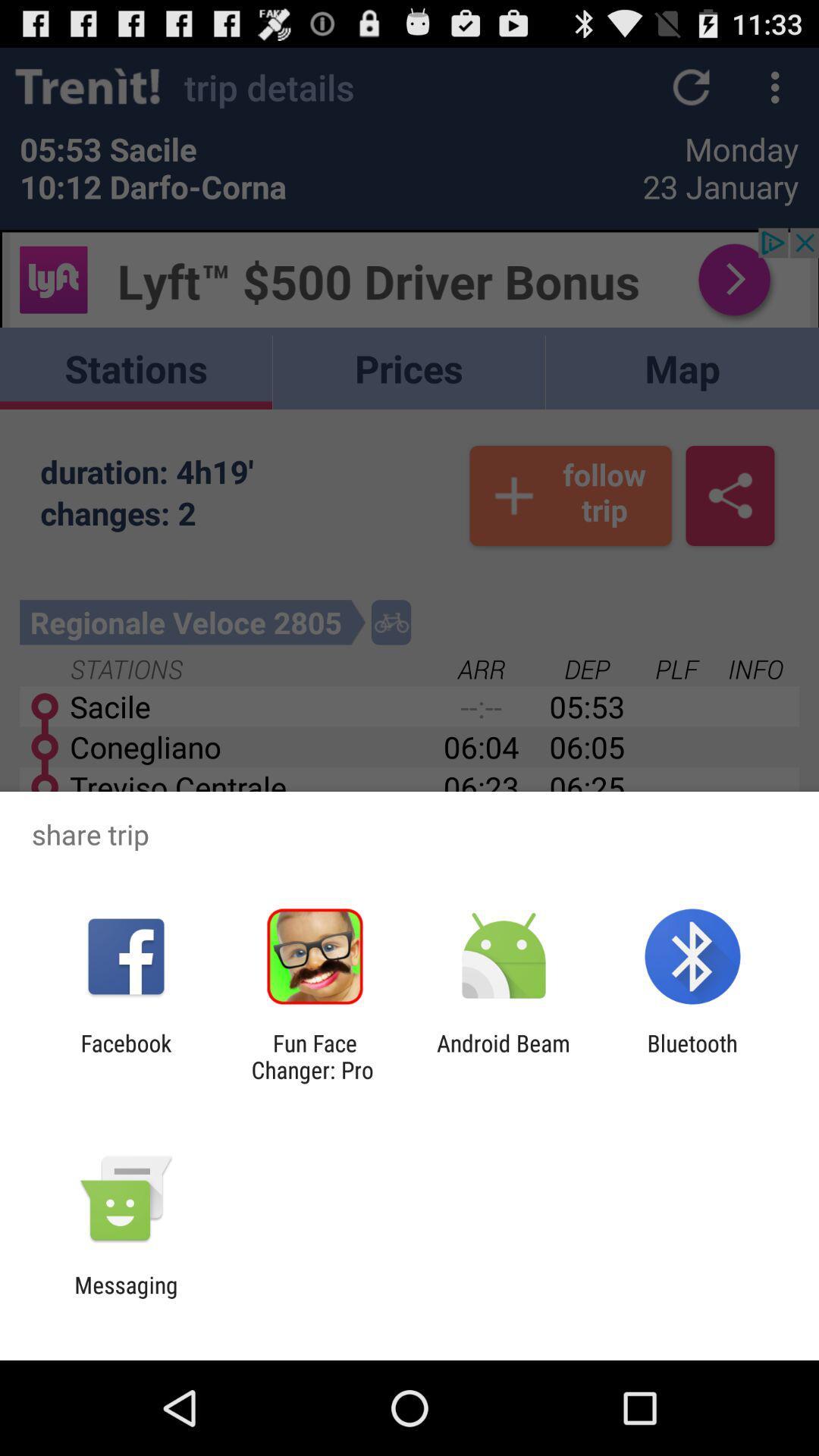 The image size is (819, 1456). What do you see at coordinates (692, 1056) in the screenshot?
I see `icon to the right of the android beam app` at bounding box center [692, 1056].